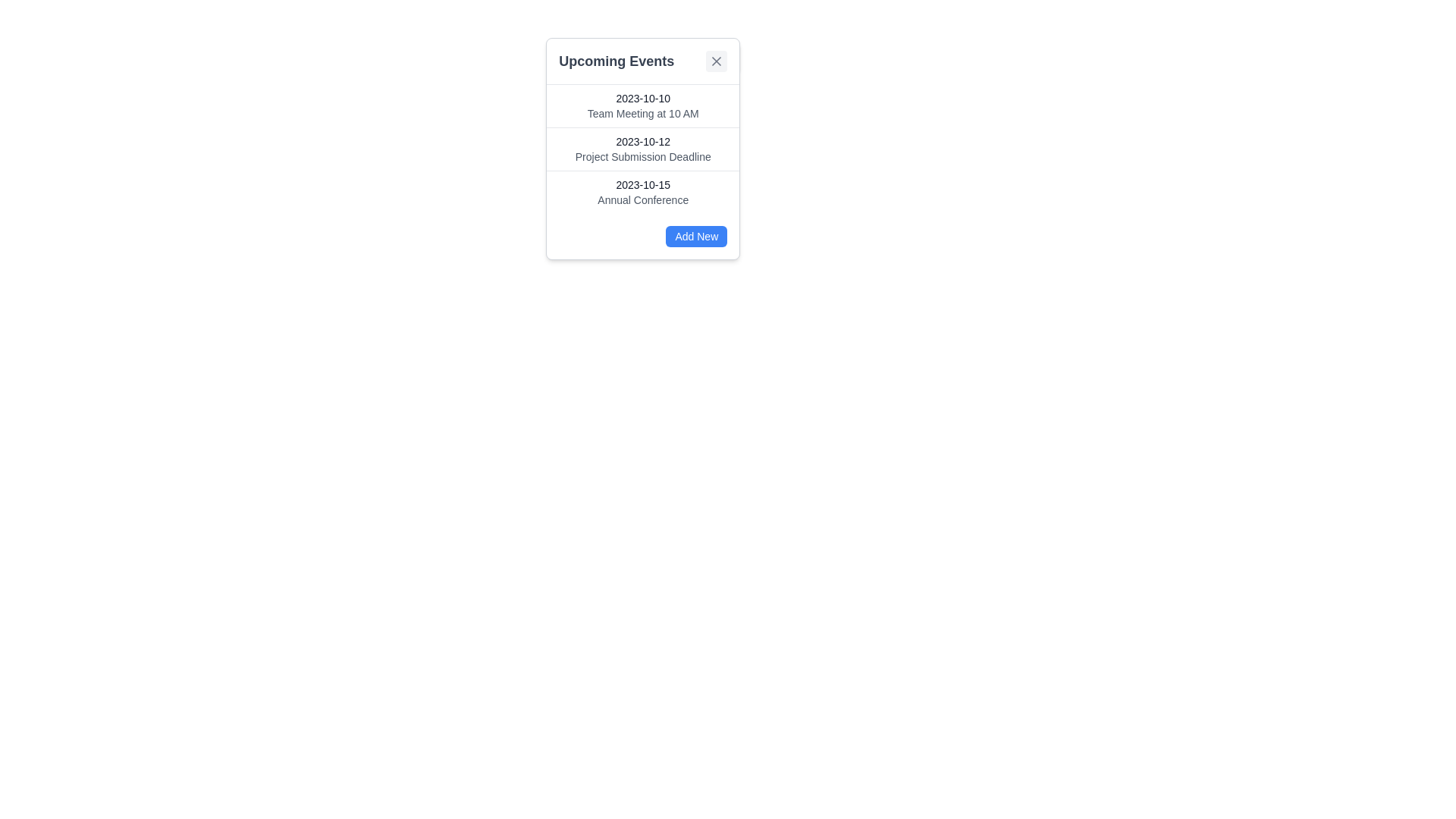 This screenshot has height=819, width=1456. Describe the element at coordinates (695, 237) in the screenshot. I see `the blue rectangular 'Add New' button with white text located at the bottom-right of the 'Upcoming Events' modal dialog` at that location.